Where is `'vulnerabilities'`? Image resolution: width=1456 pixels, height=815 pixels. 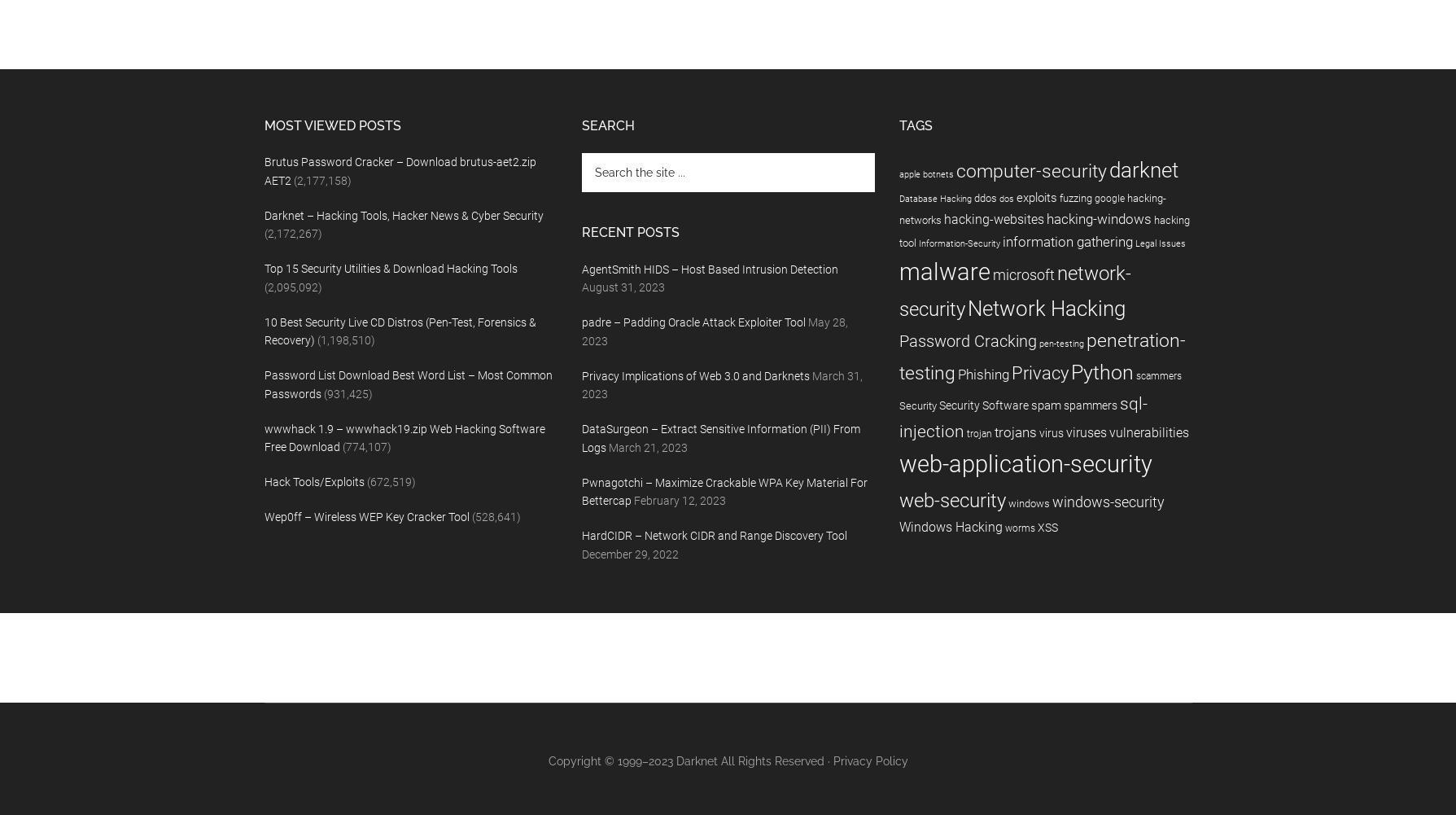 'vulnerabilities' is located at coordinates (1148, 432).